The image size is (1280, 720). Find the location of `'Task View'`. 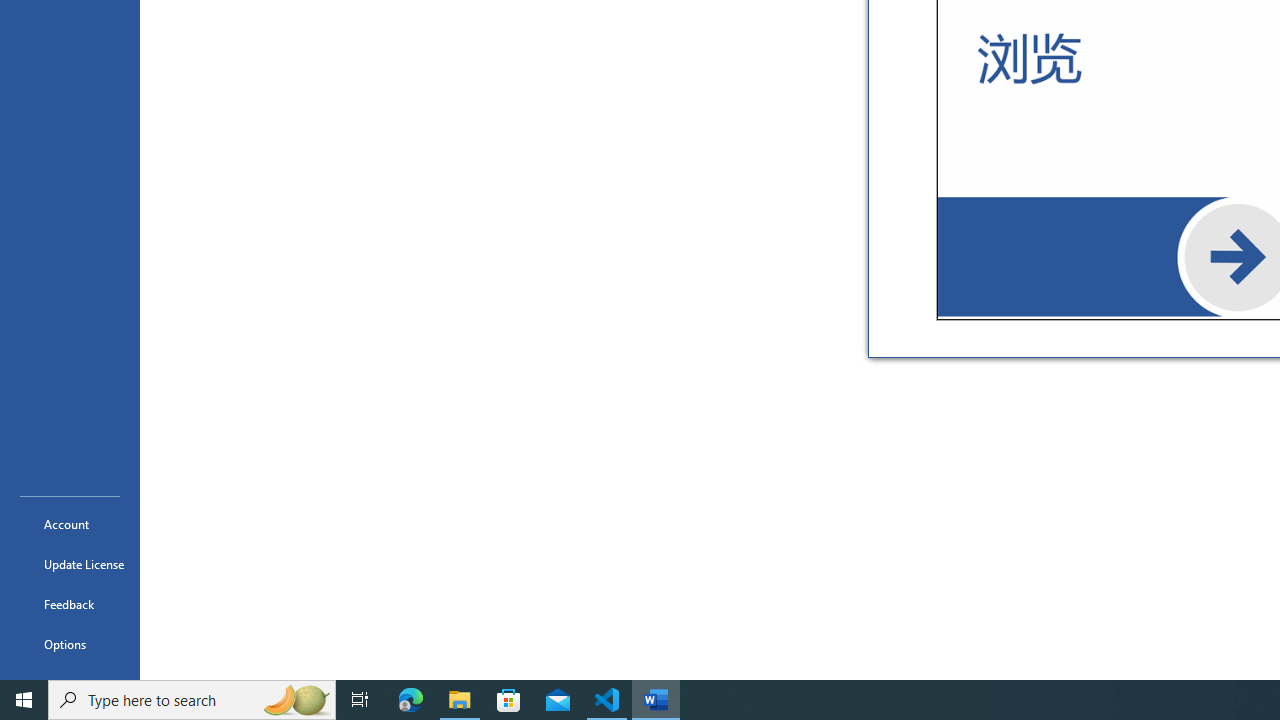

'Task View' is located at coordinates (359, 698).